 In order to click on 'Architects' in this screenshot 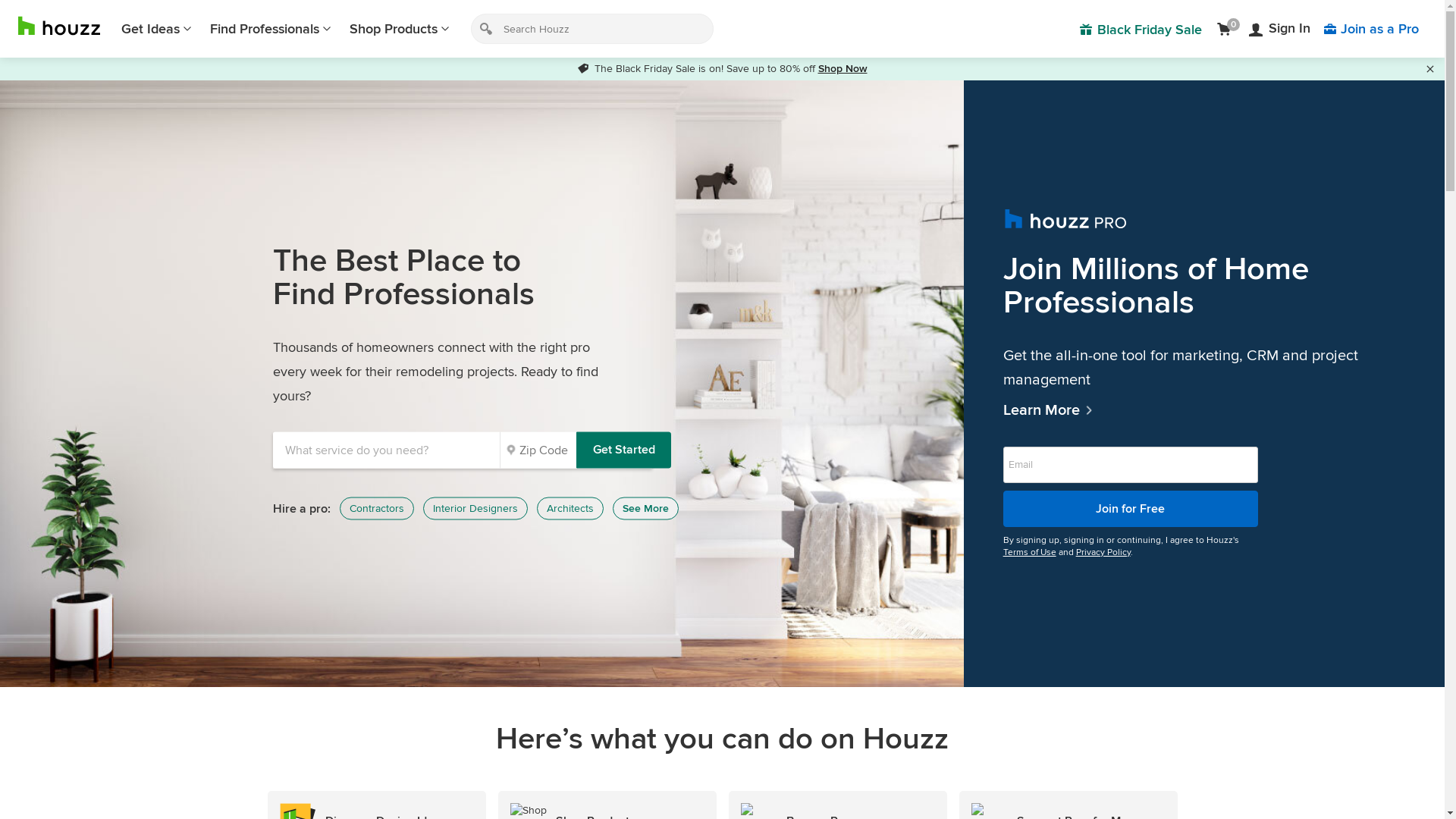, I will do `click(570, 509)`.